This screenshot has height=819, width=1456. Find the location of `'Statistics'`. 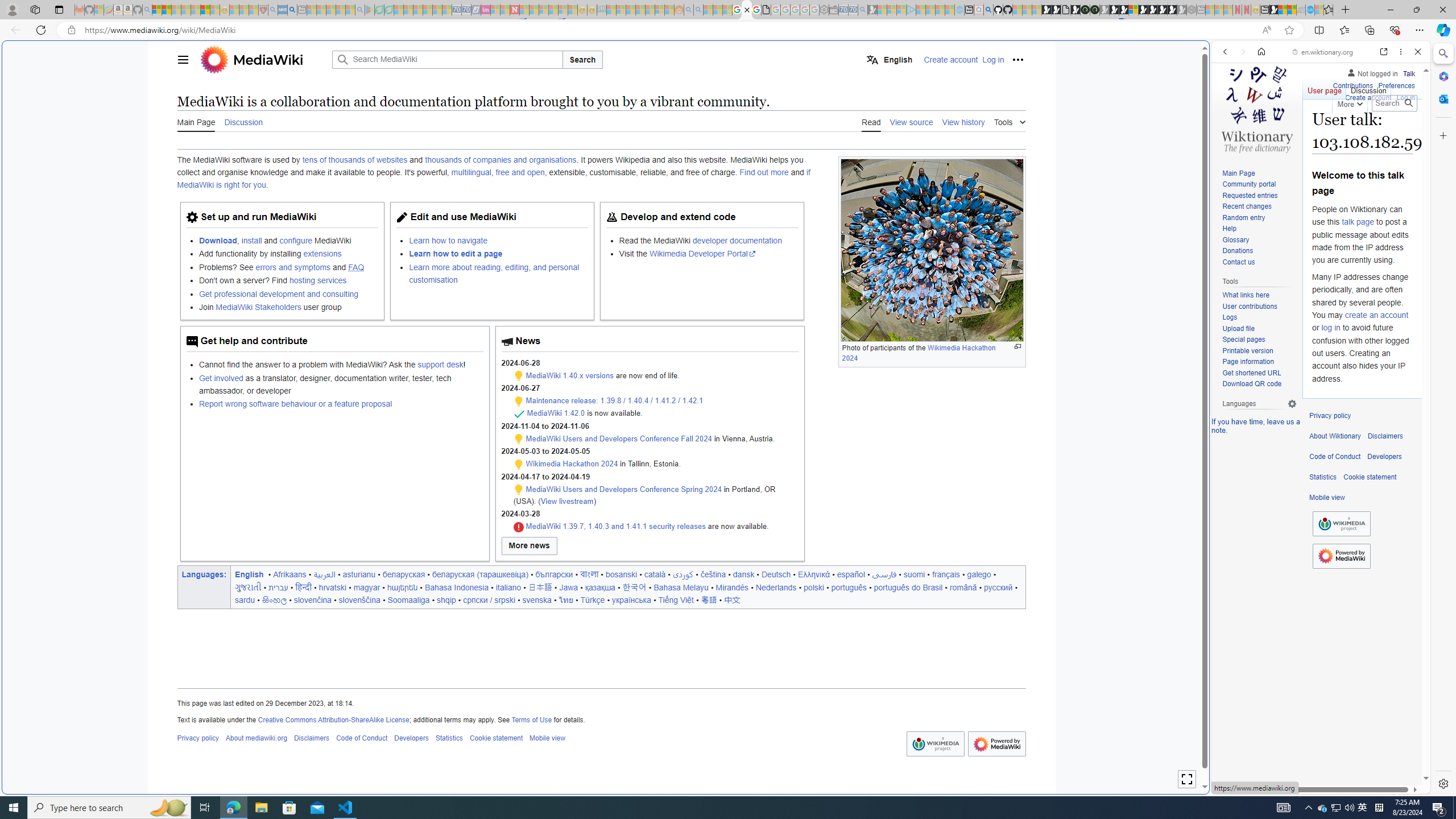

'Statistics' is located at coordinates (1322, 477).